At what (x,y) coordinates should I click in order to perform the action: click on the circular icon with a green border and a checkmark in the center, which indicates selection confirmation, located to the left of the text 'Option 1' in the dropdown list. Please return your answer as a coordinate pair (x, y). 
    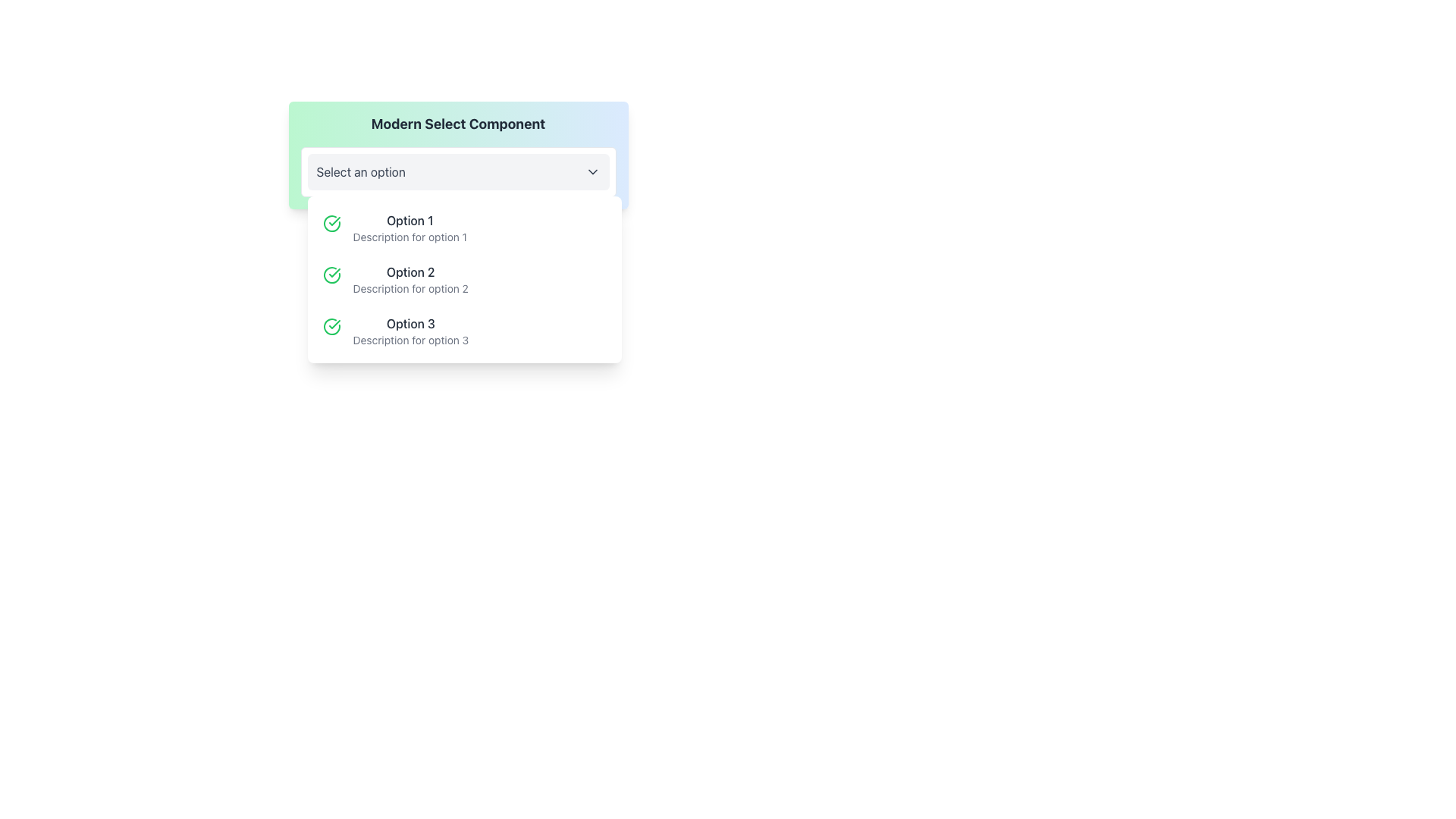
    Looking at the image, I should click on (331, 223).